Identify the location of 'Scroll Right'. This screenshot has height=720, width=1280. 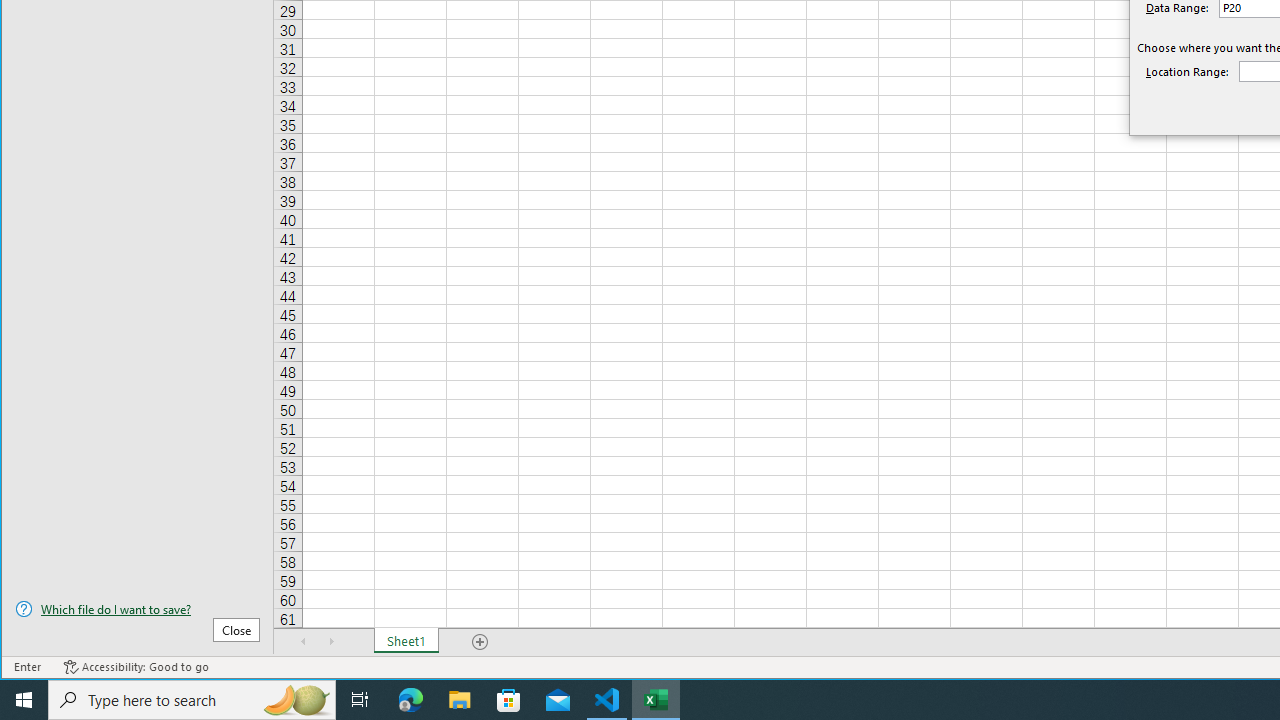
(331, 641).